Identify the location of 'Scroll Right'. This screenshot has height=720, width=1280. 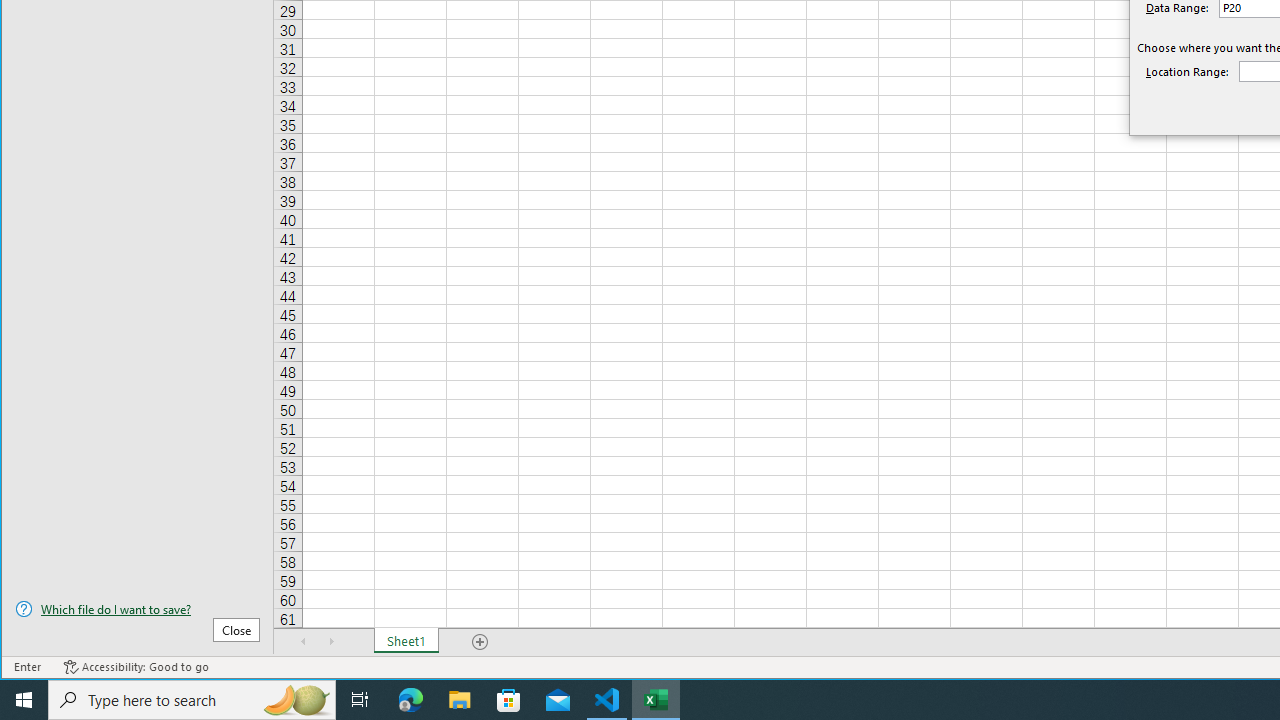
(331, 641).